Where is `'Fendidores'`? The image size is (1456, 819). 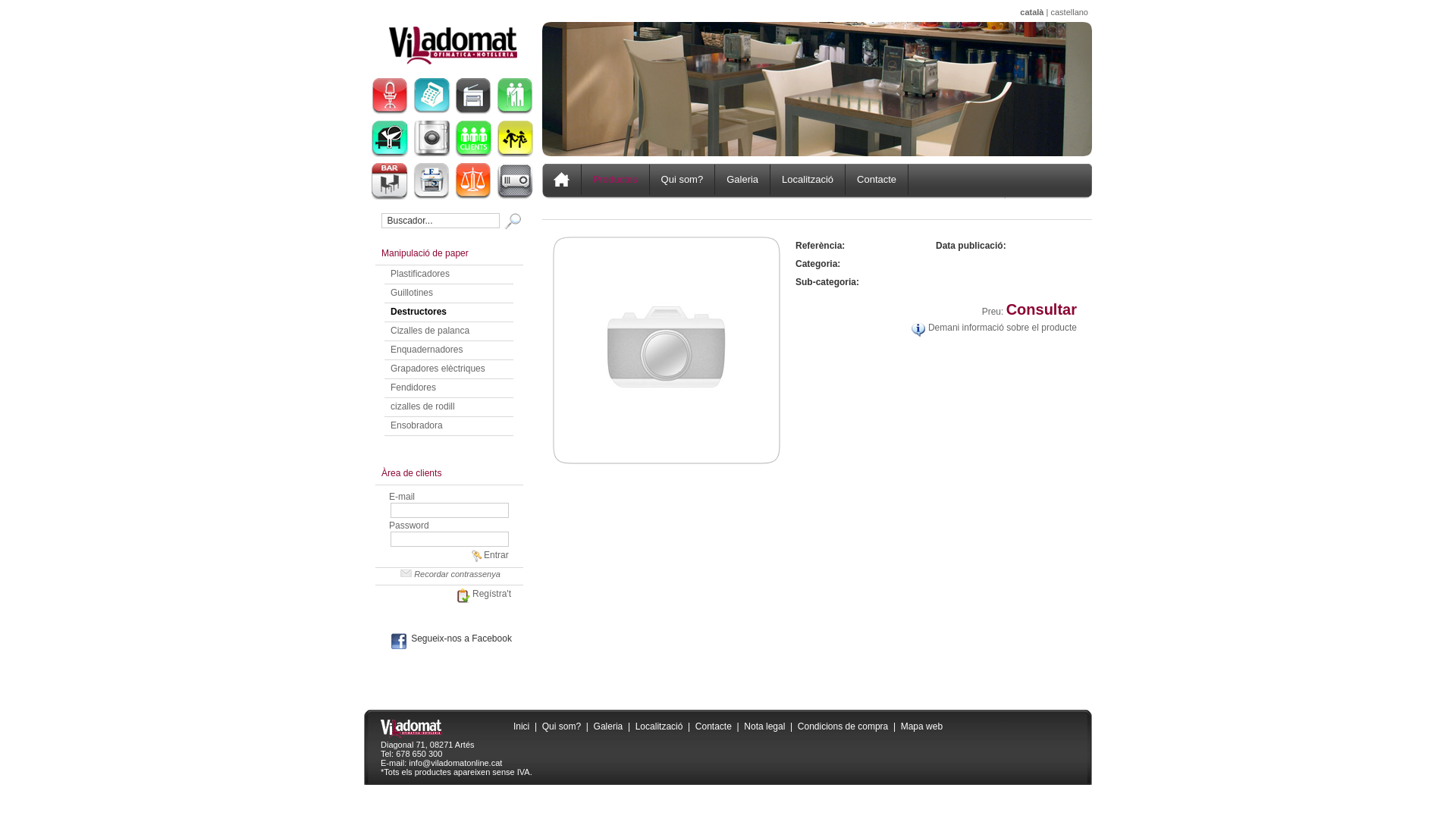
'Fendidores' is located at coordinates (413, 386).